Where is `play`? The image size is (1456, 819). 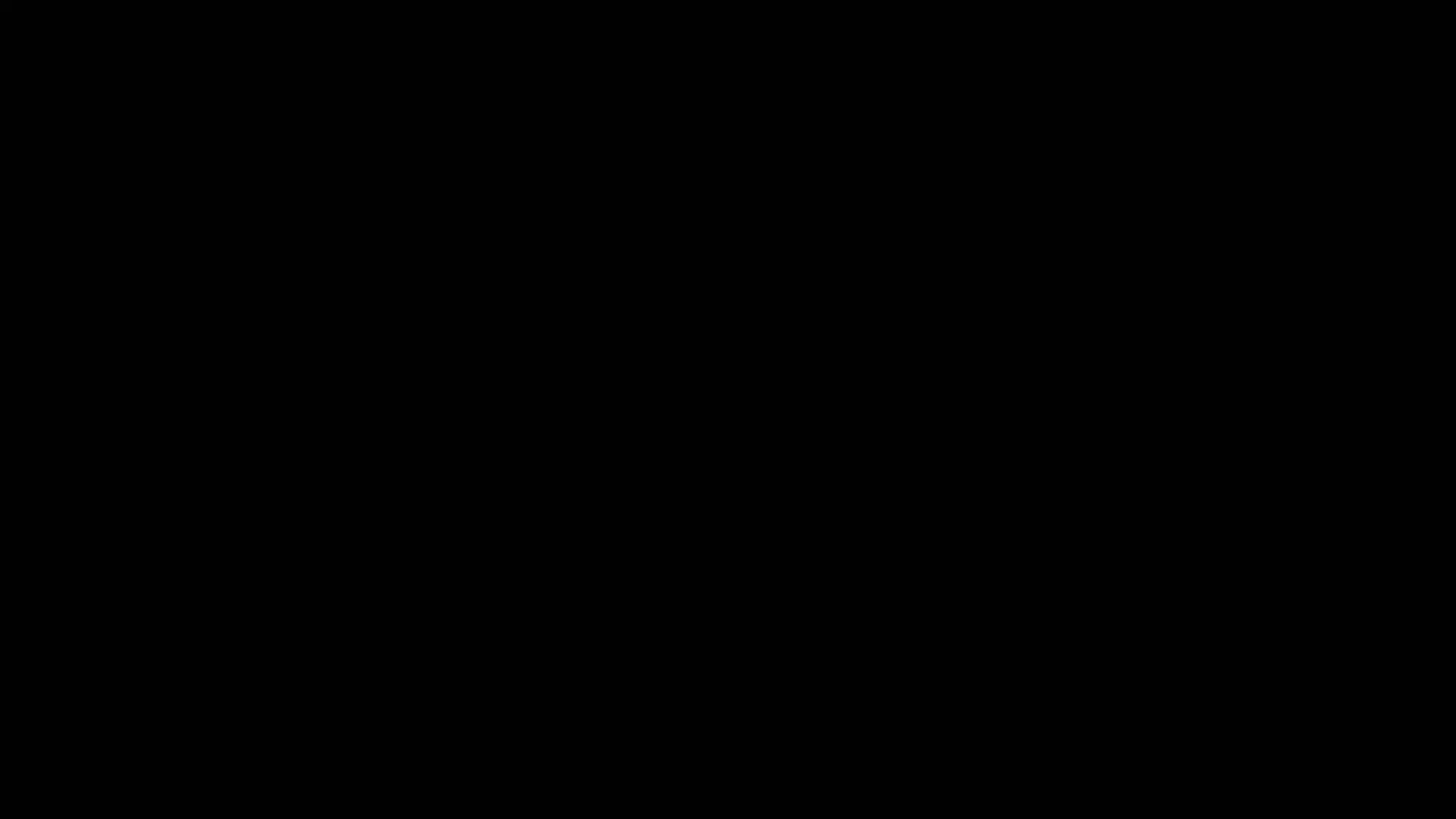 play is located at coordinates (36, 776).